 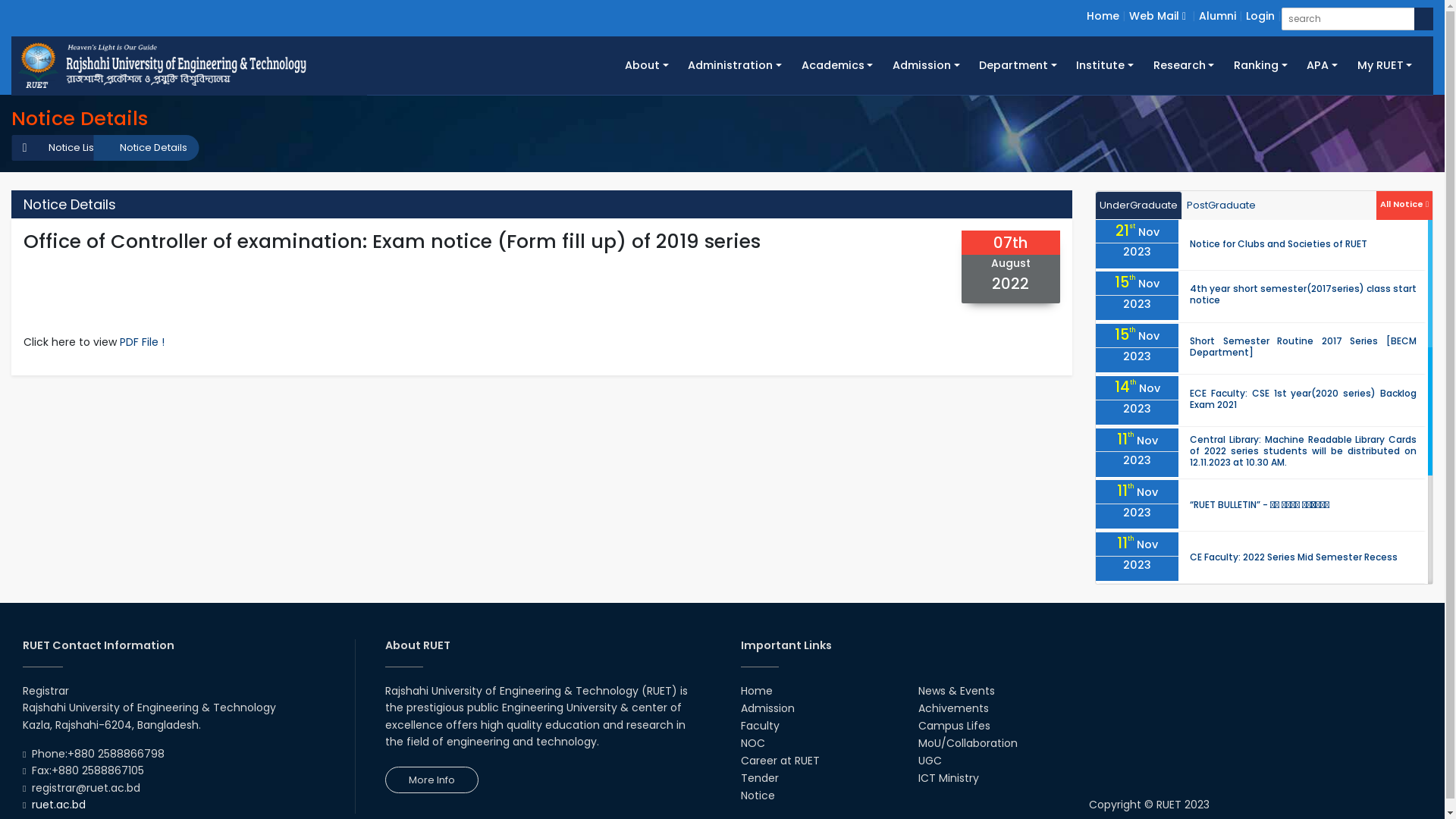 I want to click on 'Career at RUET', so click(x=739, y=760).